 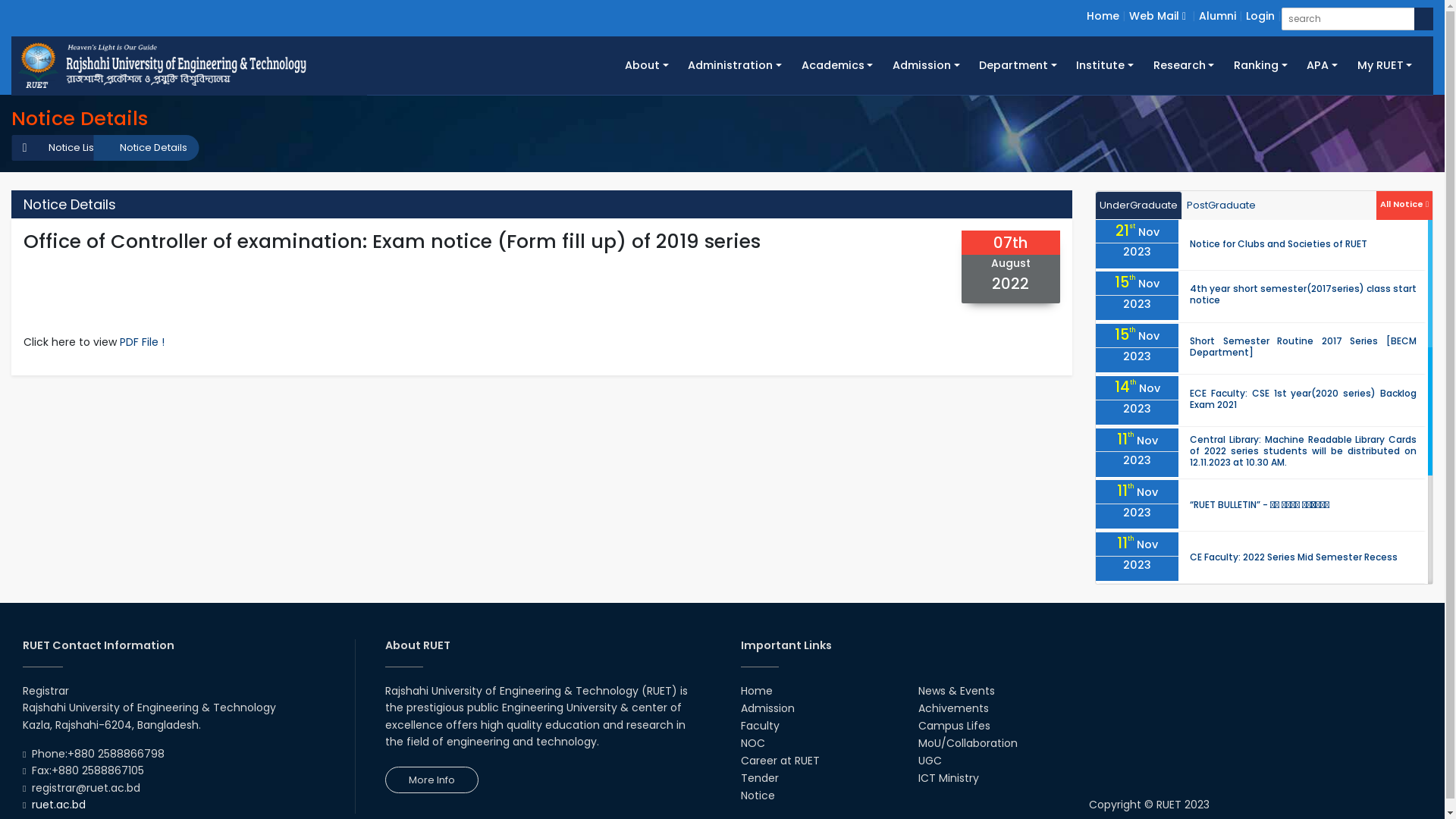 I want to click on 'Career at RUET', so click(x=739, y=760).